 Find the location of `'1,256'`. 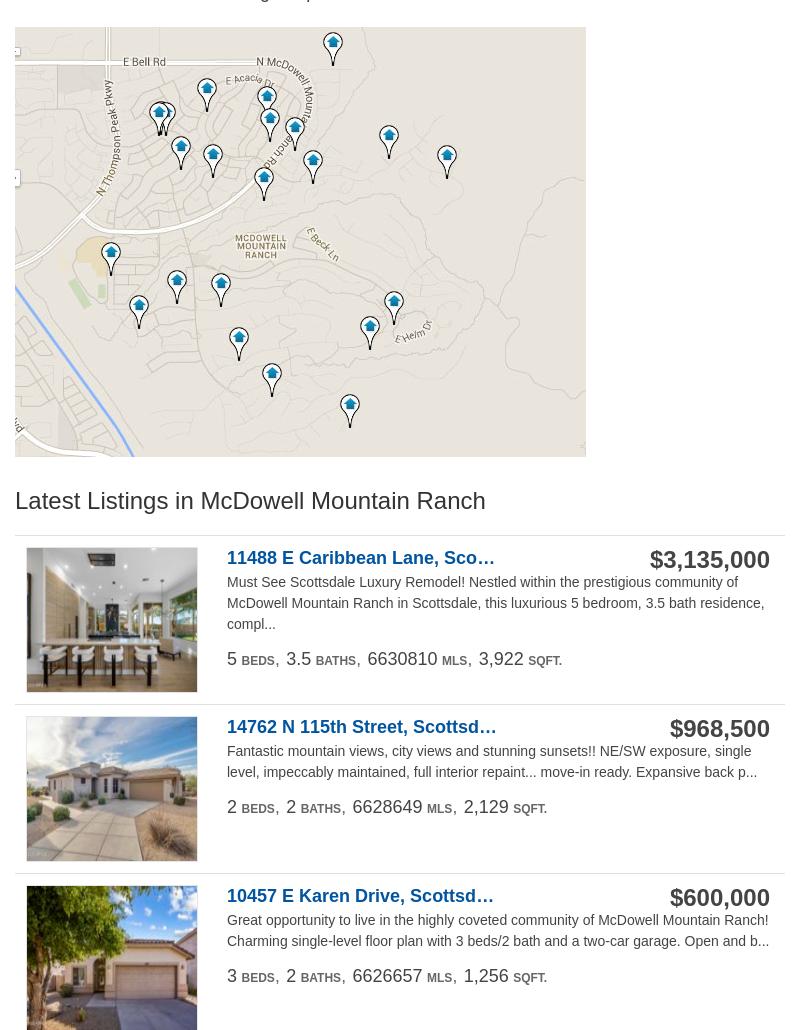

'1,256' is located at coordinates (485, 973).